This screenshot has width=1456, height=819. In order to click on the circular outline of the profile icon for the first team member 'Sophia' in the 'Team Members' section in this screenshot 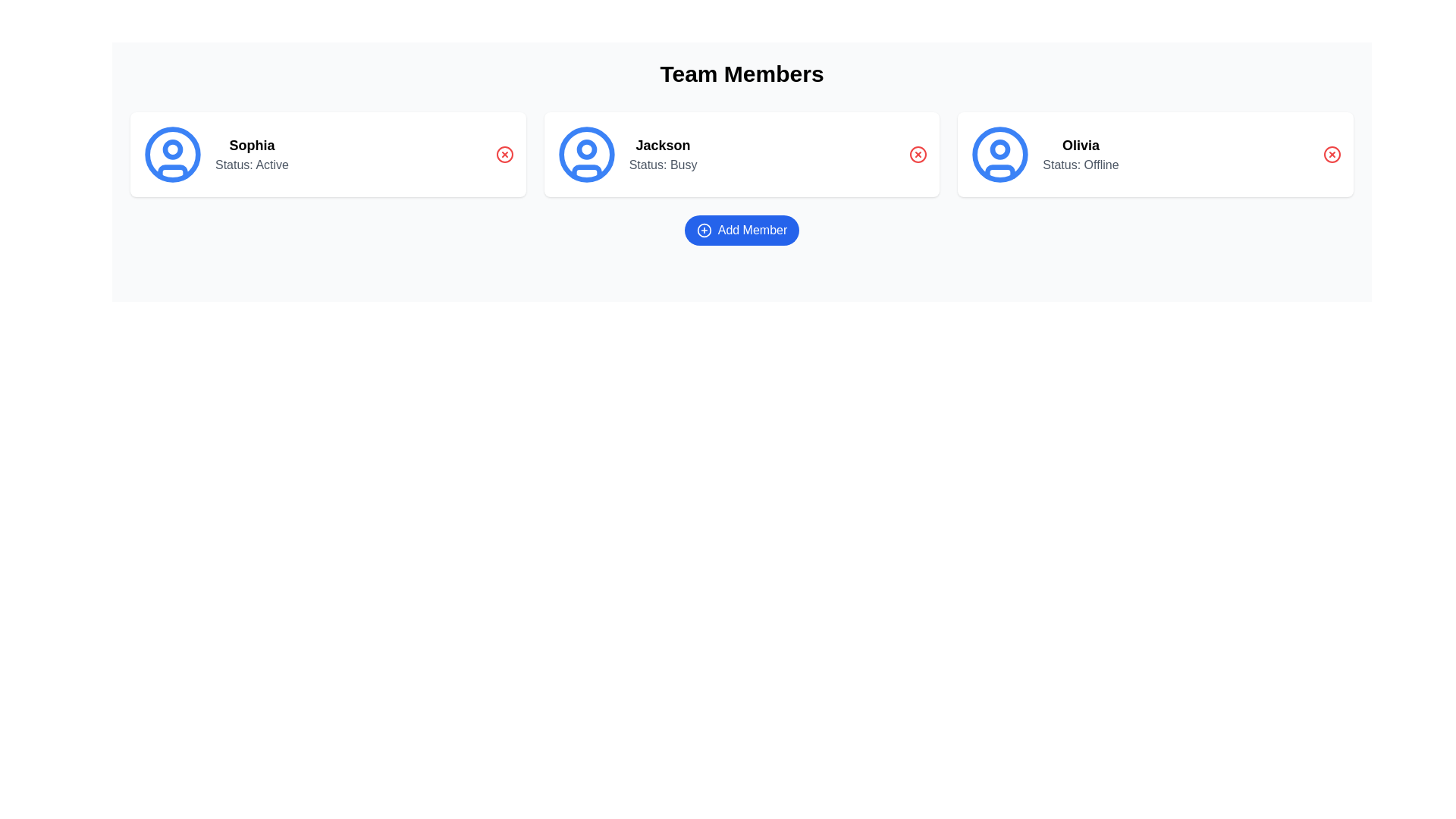, I will do `click(172, 155)`.